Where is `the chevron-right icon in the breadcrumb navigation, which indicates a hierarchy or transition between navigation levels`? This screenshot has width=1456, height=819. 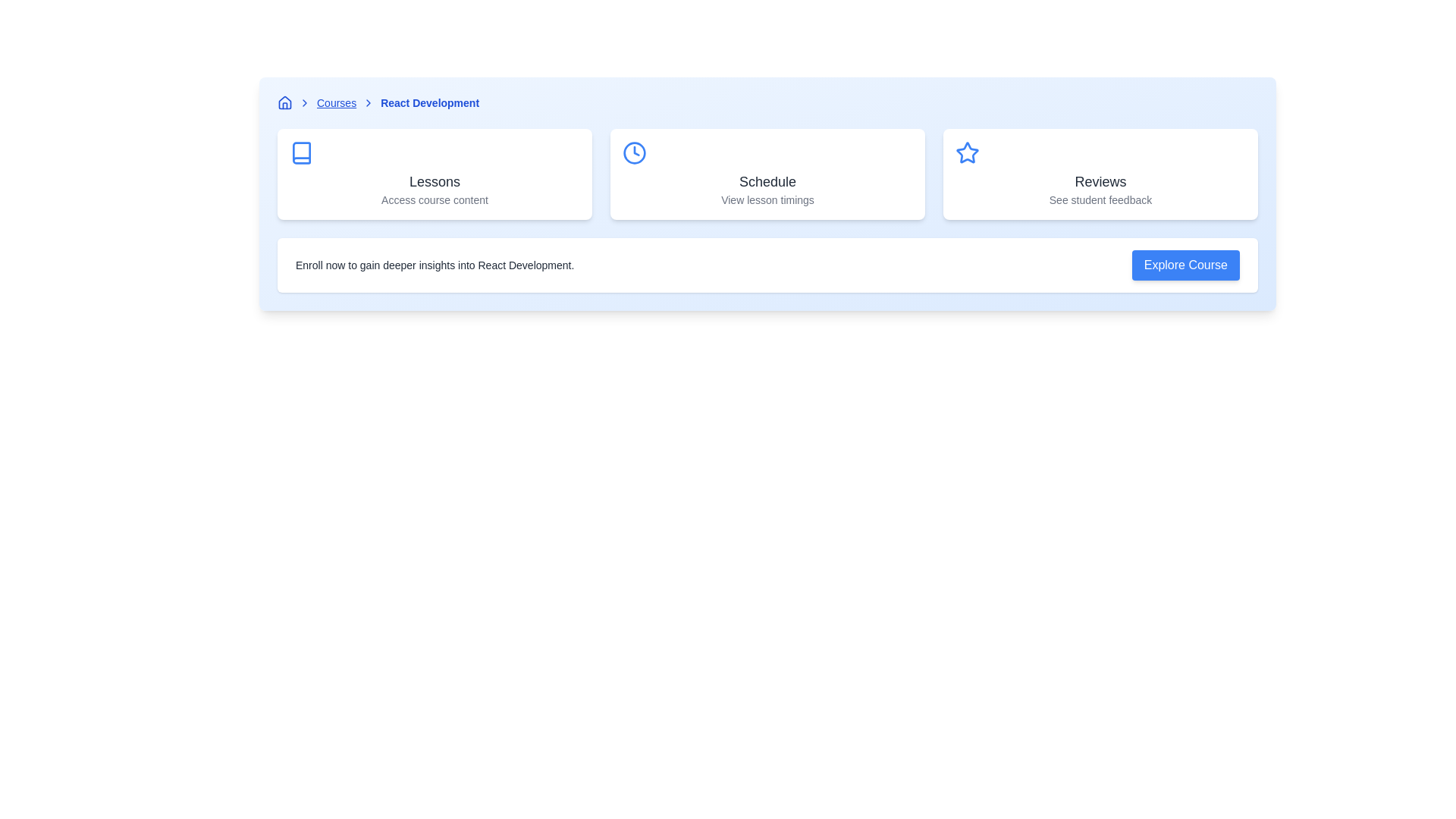 the chevron-right icon in the breadcrumb navigation, which indicates a hierarchy or transition between navigation levels is located at coordinates (304, 102).